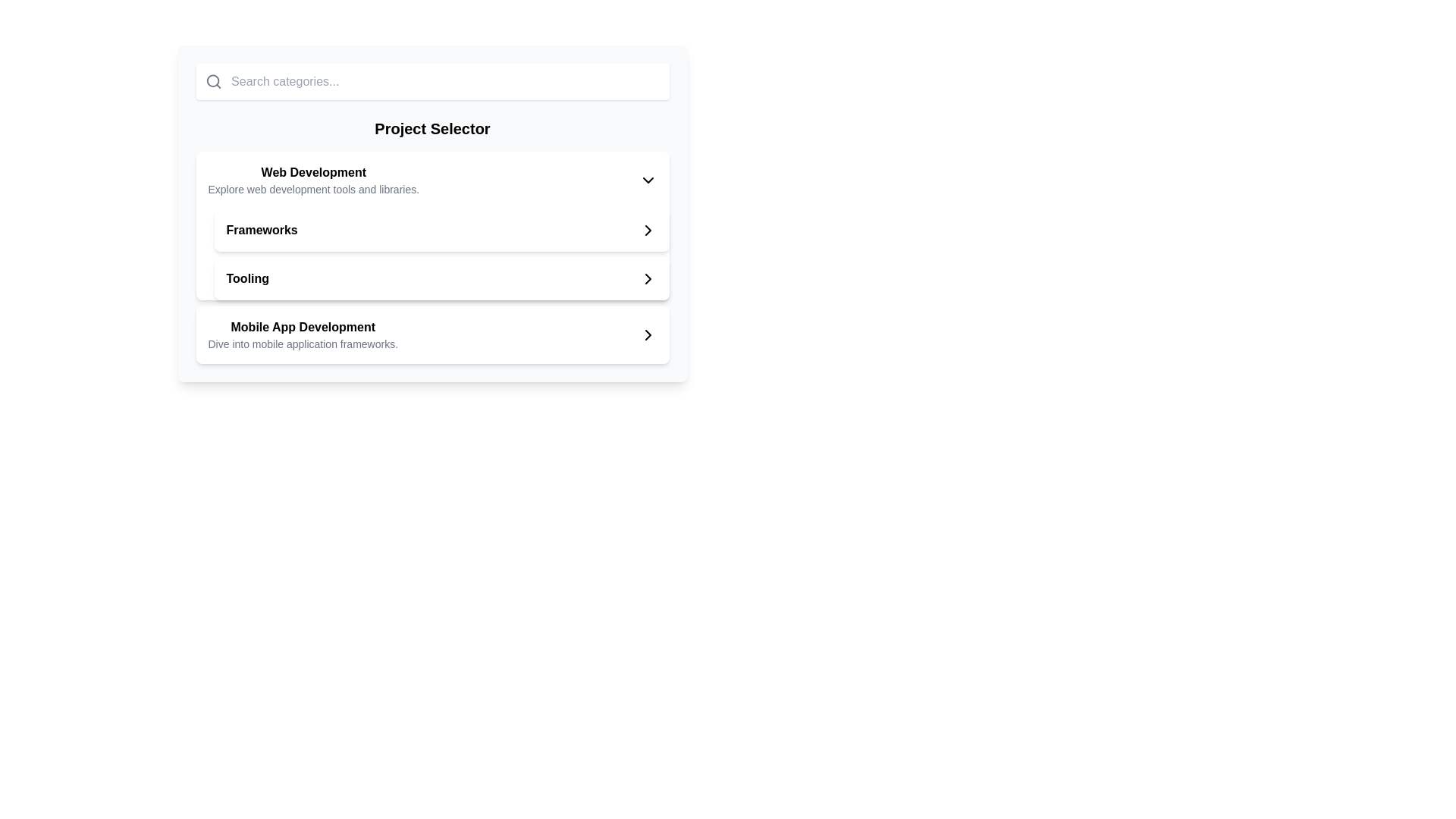  Describe the element at coordinates (431, 180) in the screenshot. I see `the first list item titled 'Web Development' for navigation` at that location.